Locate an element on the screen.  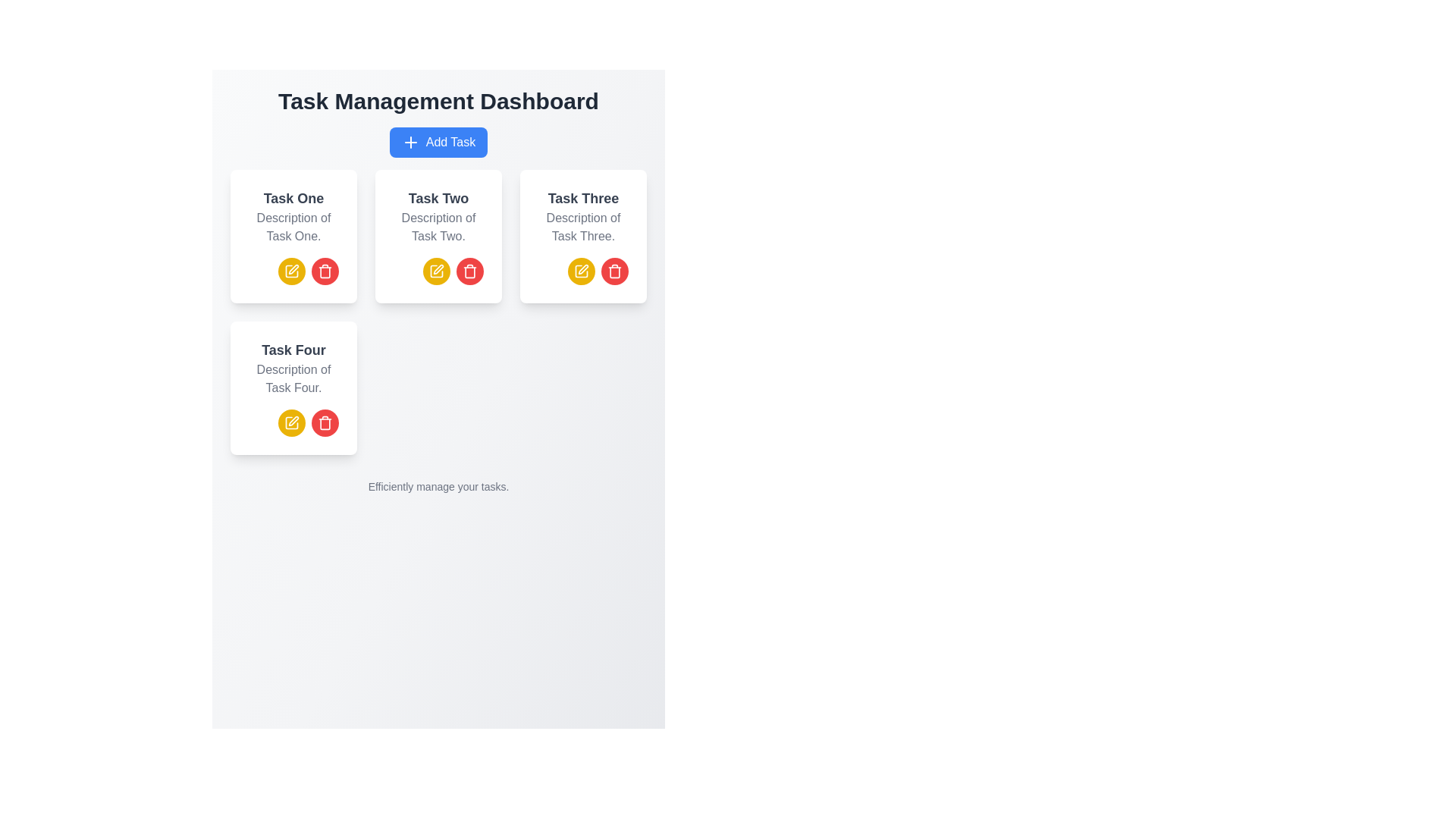
the yellow edit button located at the bottom of the 'Task Two' card to initiate editing is located at coordinates (436, 271).